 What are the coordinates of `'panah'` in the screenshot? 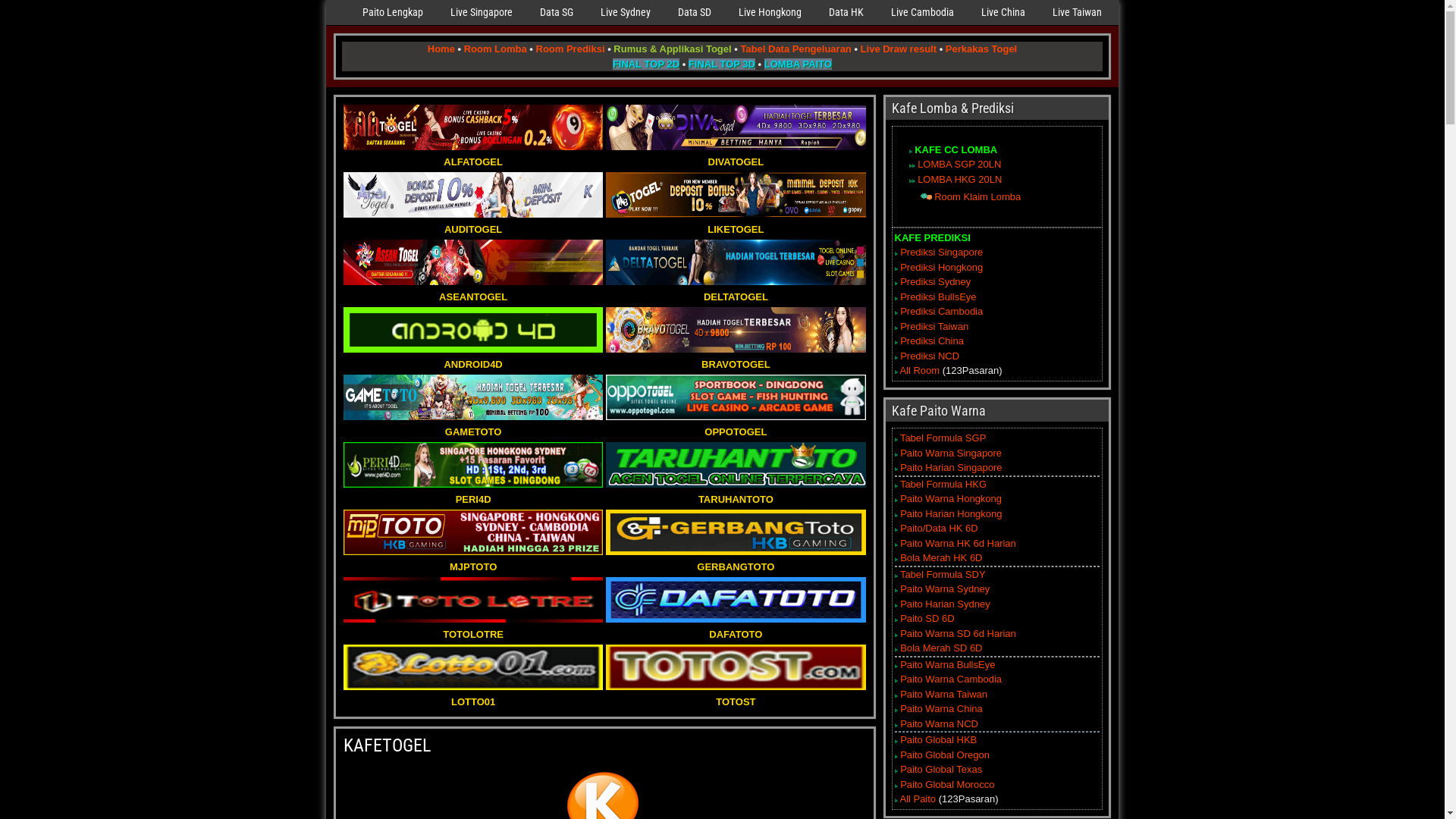 It's located at (912, 165).